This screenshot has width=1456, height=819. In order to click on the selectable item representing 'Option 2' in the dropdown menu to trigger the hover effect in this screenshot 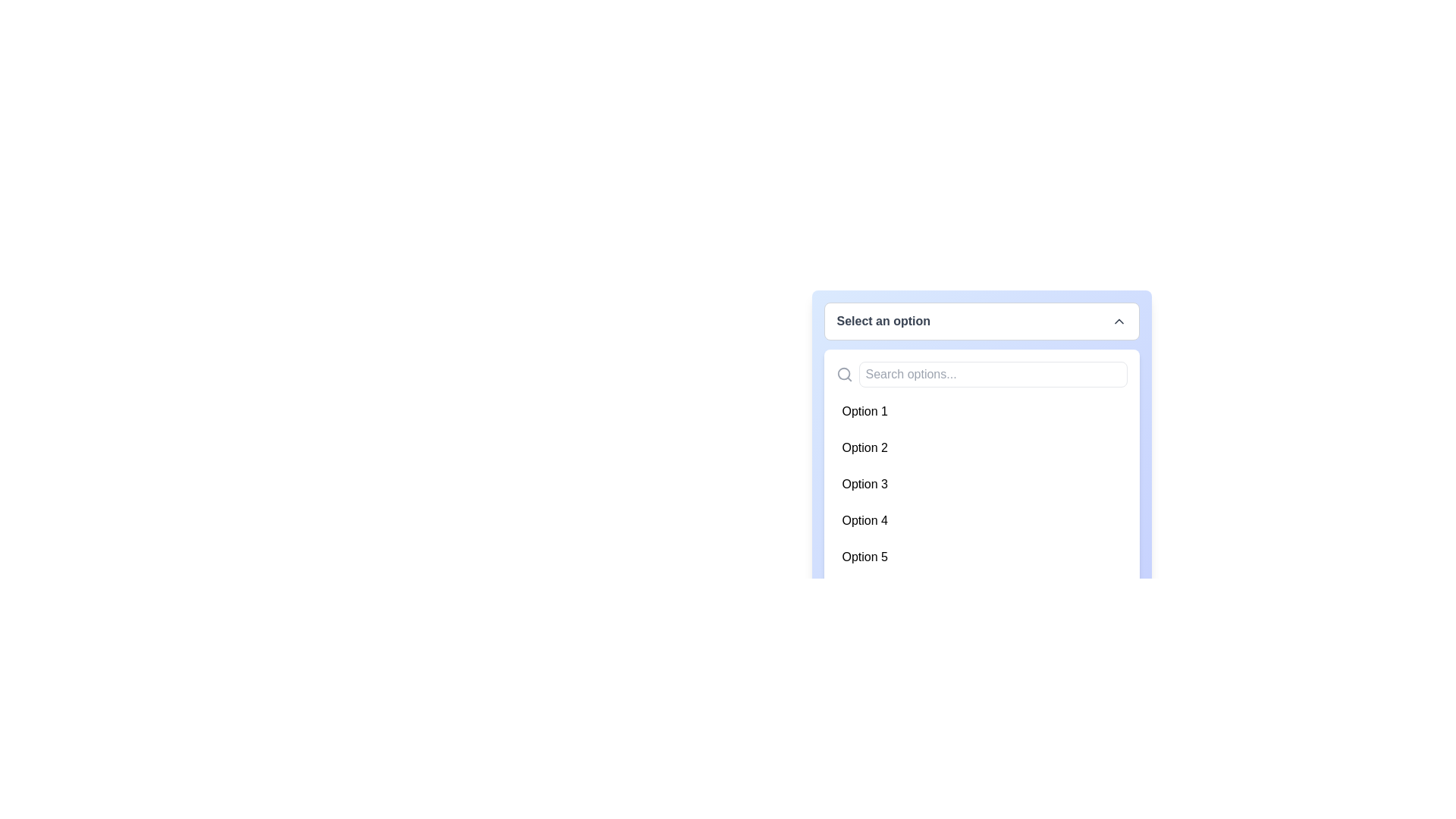, I will do `click(981, 447)`.